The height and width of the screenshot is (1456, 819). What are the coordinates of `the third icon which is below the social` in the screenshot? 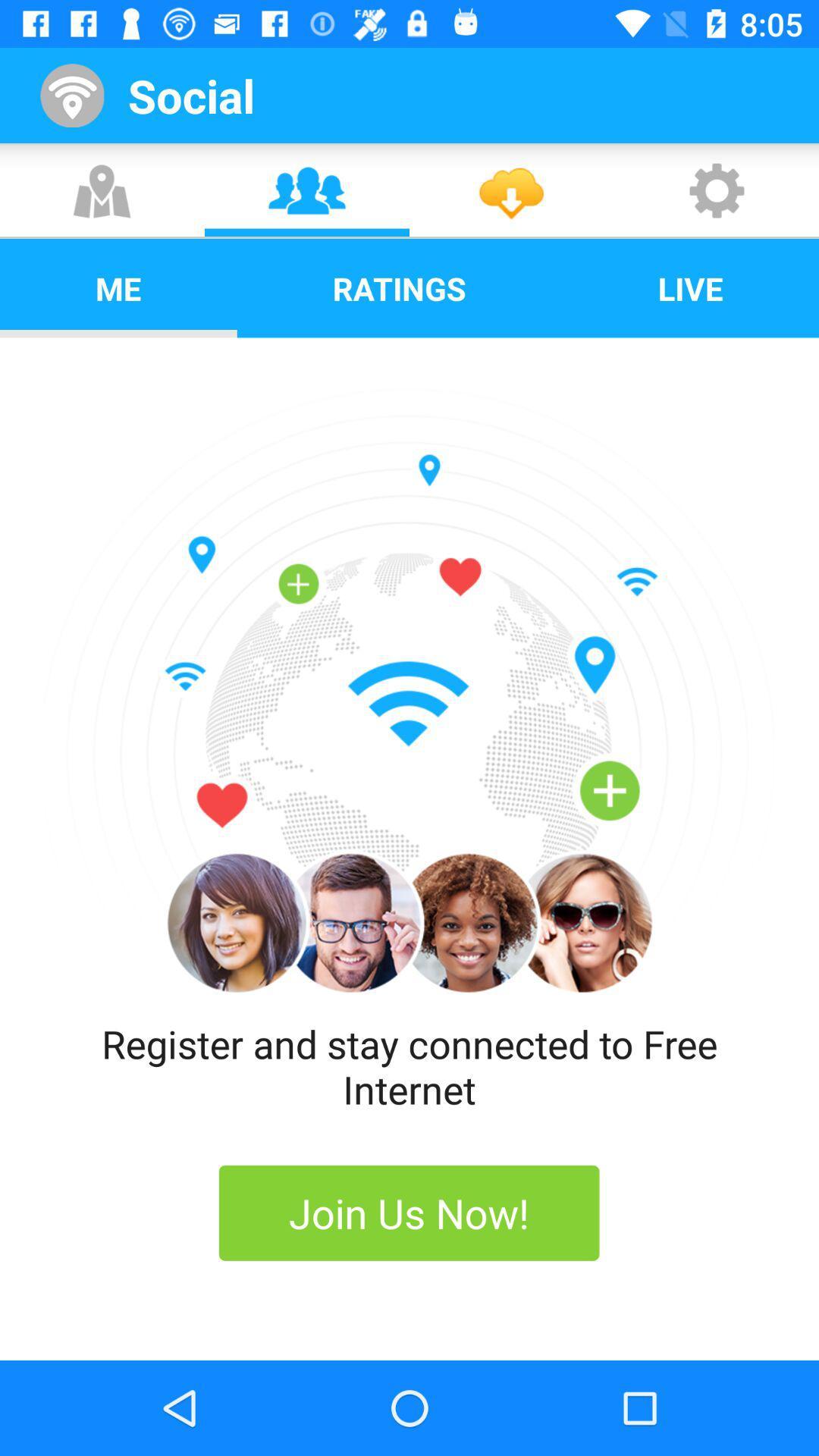 It's located at (511, 190).